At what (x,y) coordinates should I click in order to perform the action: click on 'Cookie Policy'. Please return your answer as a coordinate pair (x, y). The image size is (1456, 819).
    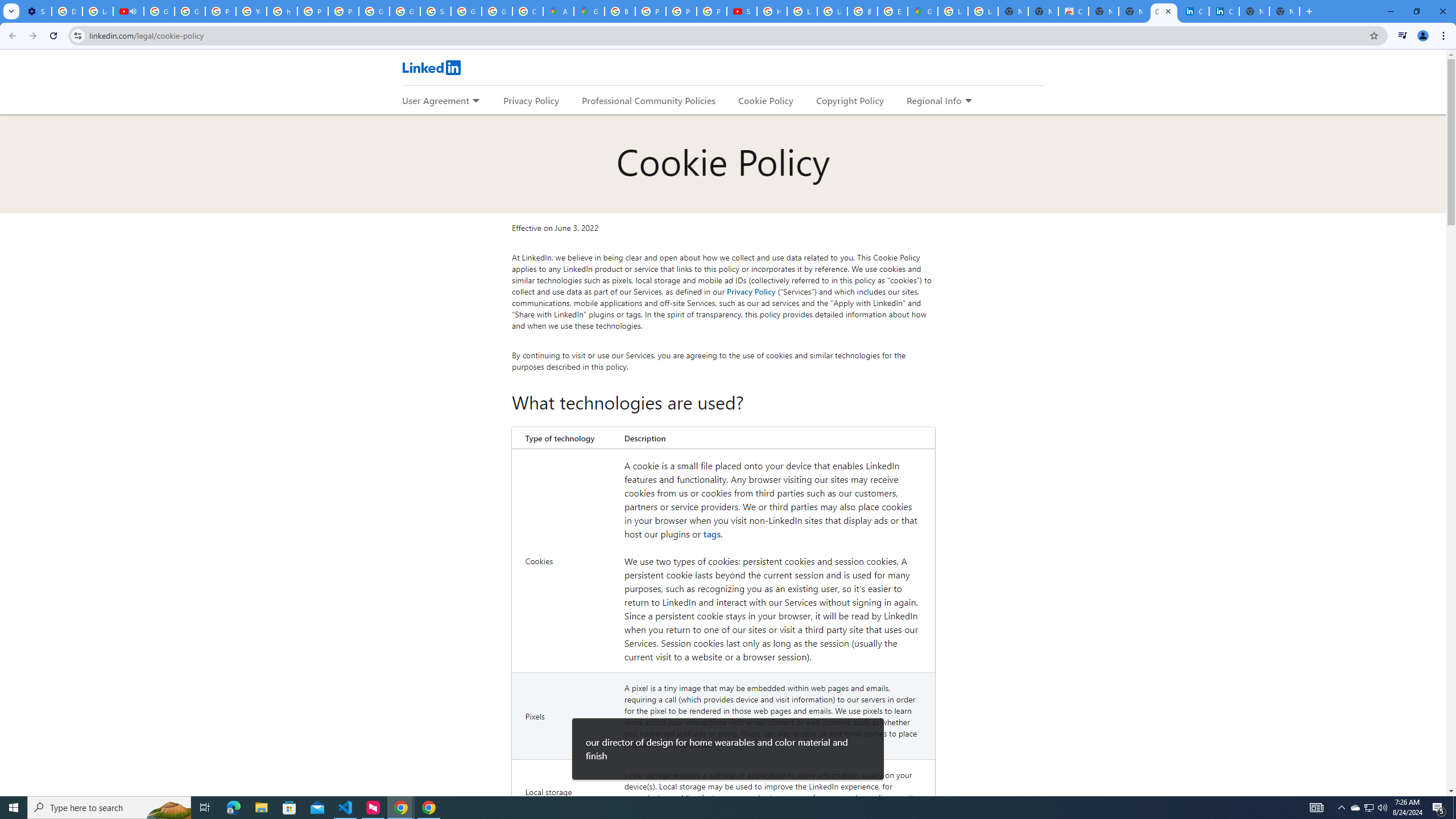
    Looking at the image, I should click on (765, 100).